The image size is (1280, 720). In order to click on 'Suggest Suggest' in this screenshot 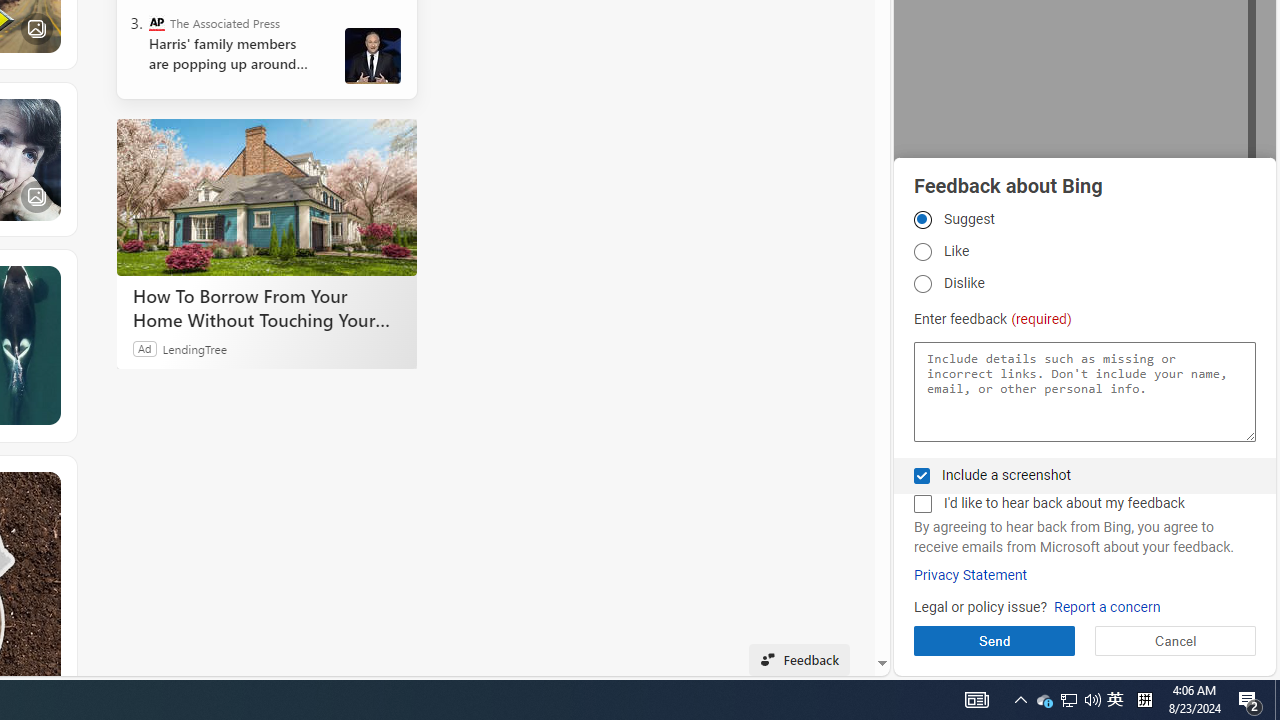, I will do `click(921, 219)`.